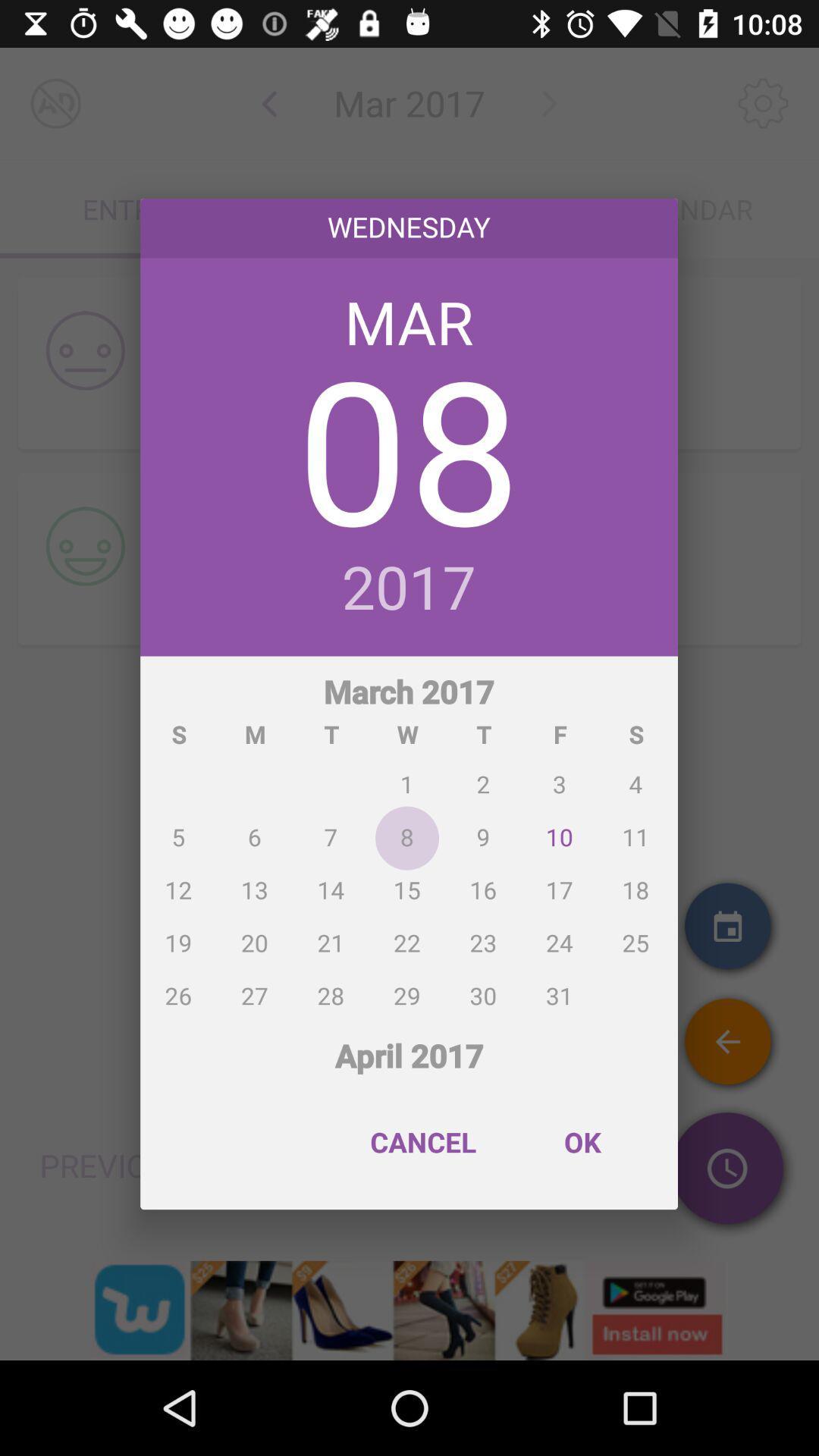  Describe the element at coordinates (423, 1142) in the screenshot. I see `the button to the left of ok button` at that location.